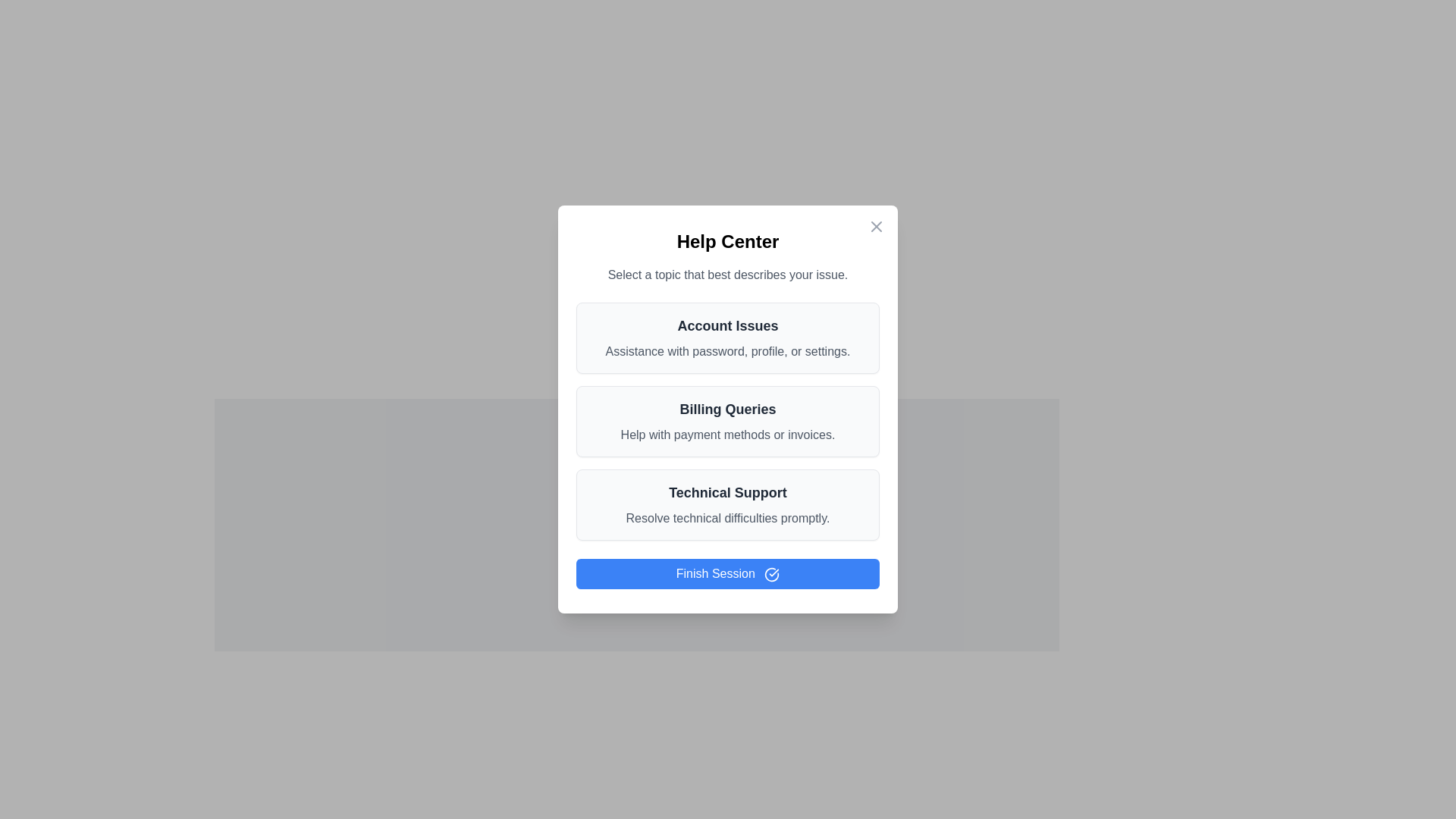 The height and width of the screenshot is (819, 1456). I want to click on the static text label that prompts users to choose a topic, located below the 'Help Center' heading and above the list of selectable topics, so click(728, 275).